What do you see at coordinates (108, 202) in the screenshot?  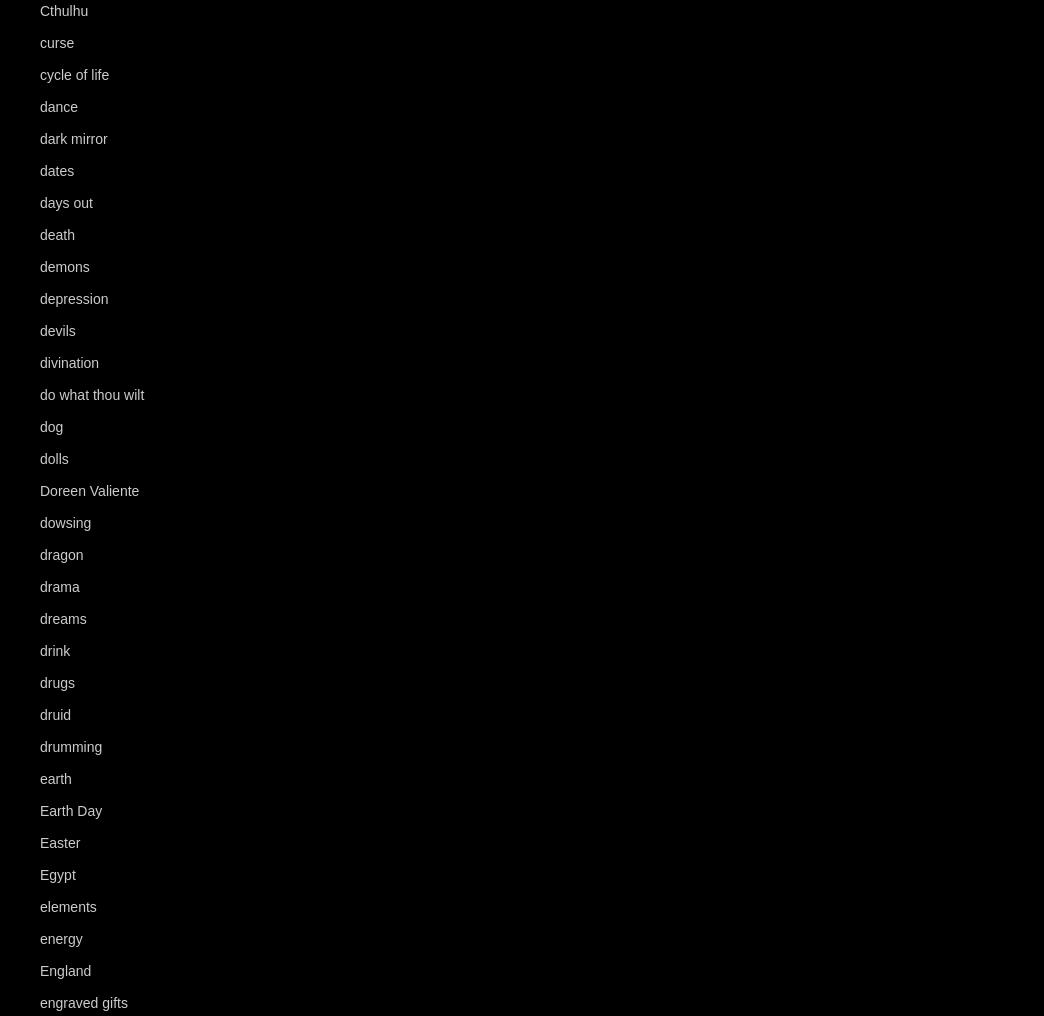 I see `'(56)'` at bounding box center [108, 202].